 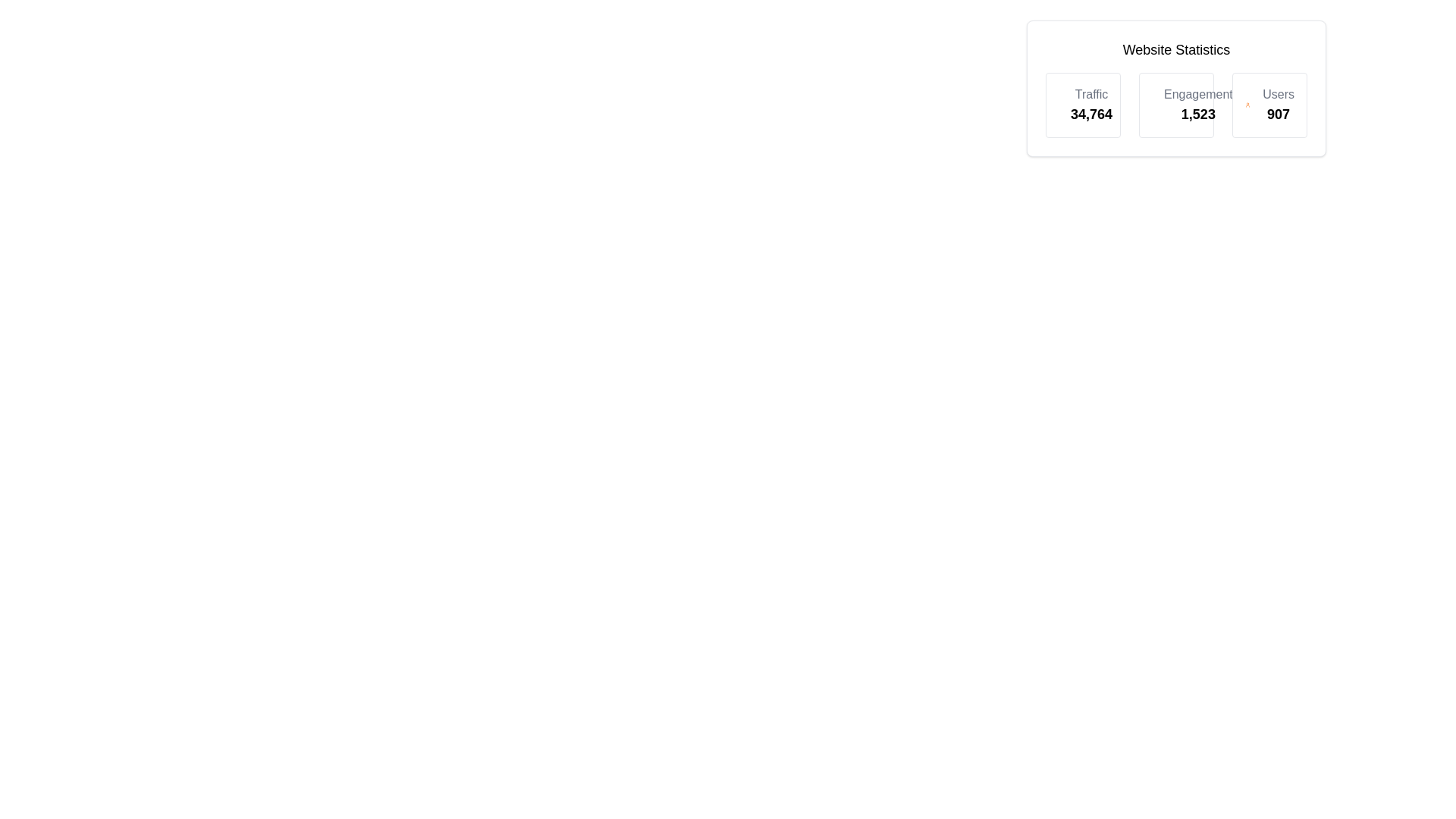 I want to click on the numerical label displaying the value '1,523', which is styled in bold and positioned below the 'Engagement' label in the statistical data section, so click(x=1197, y=113).